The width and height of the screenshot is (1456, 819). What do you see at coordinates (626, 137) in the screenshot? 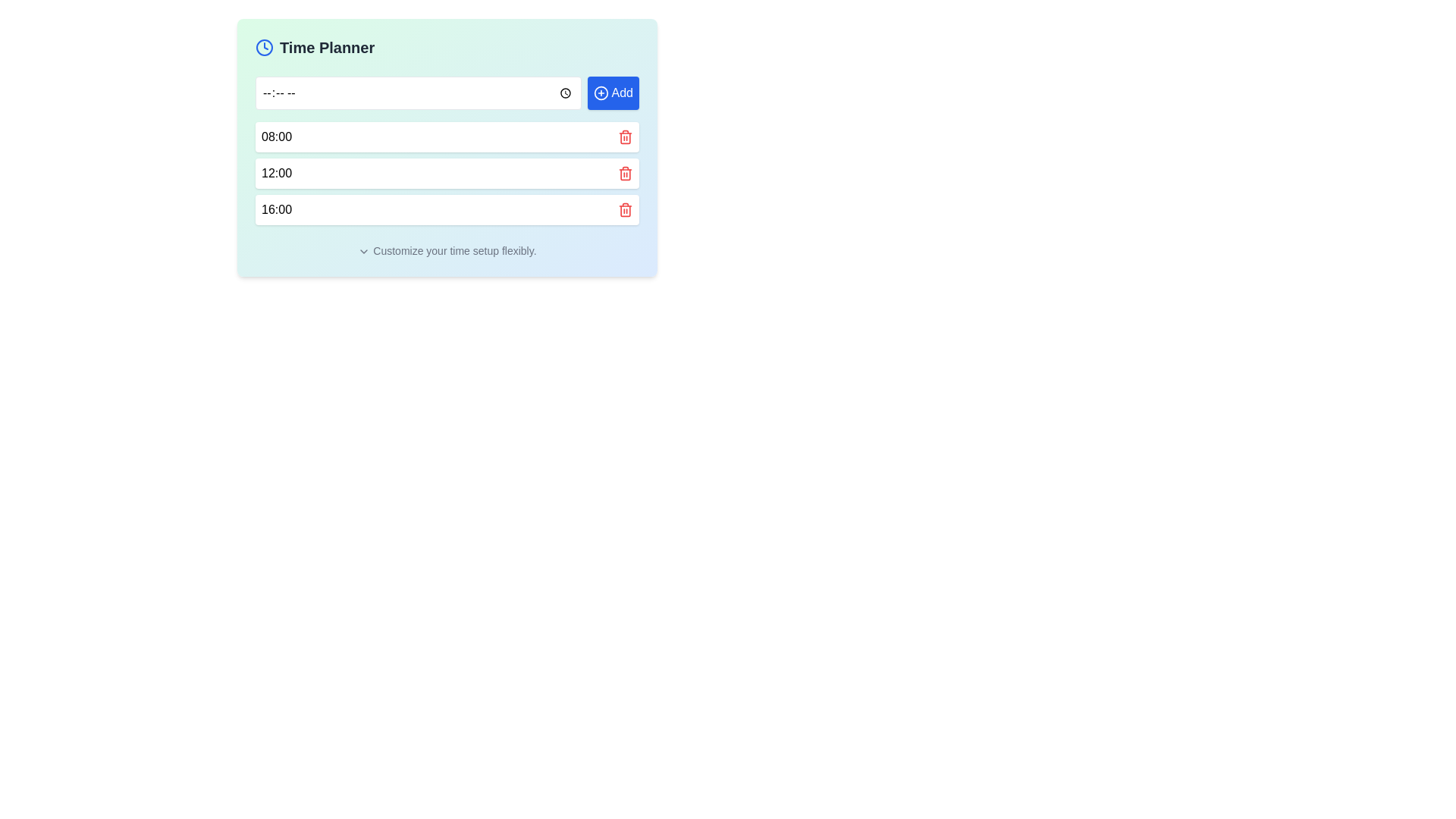
I see `the central body of the trash icon, which is a trapezoid-like outline with rounded corners, located to the right of each time entry row, to trigger tooltip or visual feedback` at bounding box center [626, 137].